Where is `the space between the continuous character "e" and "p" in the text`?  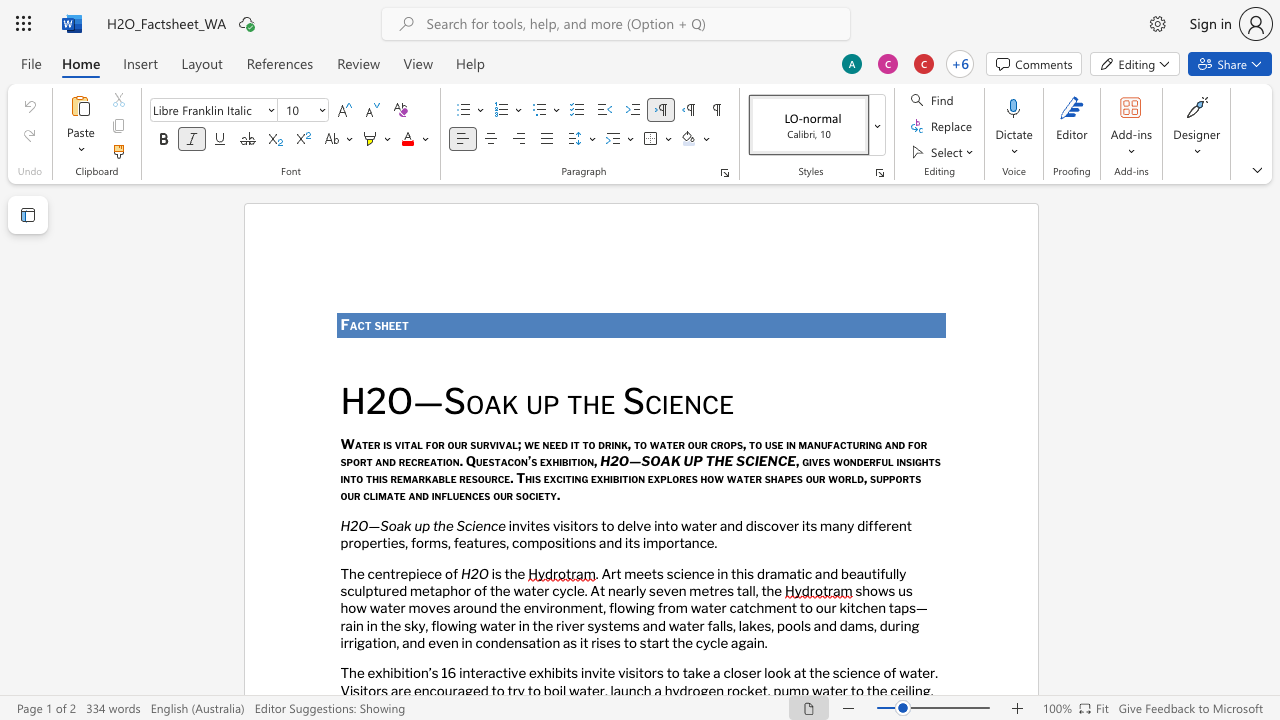 the space between the continuous character "e" and "p" in the text is located at coordinates (407, 573).